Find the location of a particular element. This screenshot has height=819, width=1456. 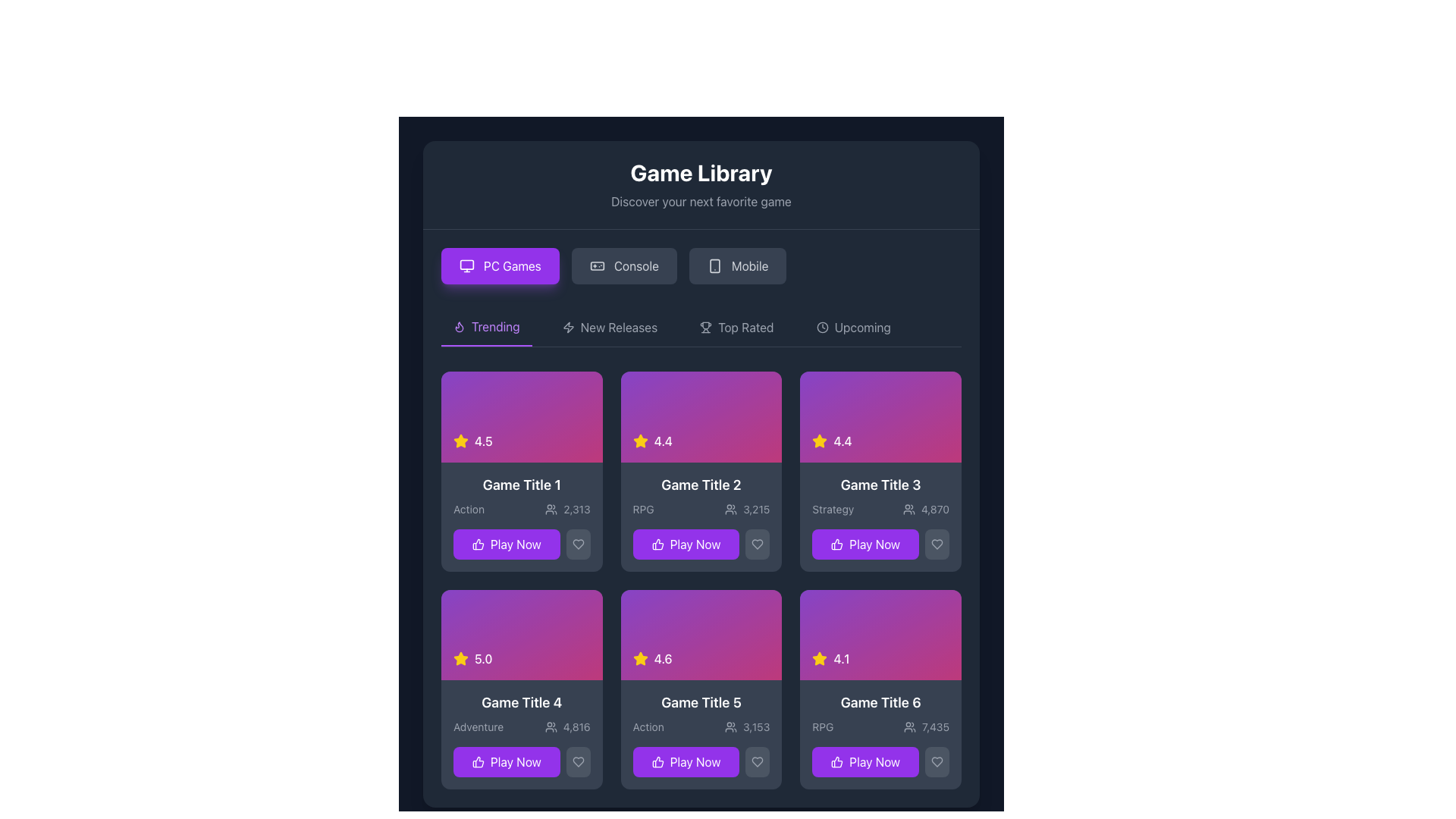

the favorite icon located at the bottom right corner of the card for 'Game Title 4', just below the 'Play Now' button is located at coordinates (577, 762).